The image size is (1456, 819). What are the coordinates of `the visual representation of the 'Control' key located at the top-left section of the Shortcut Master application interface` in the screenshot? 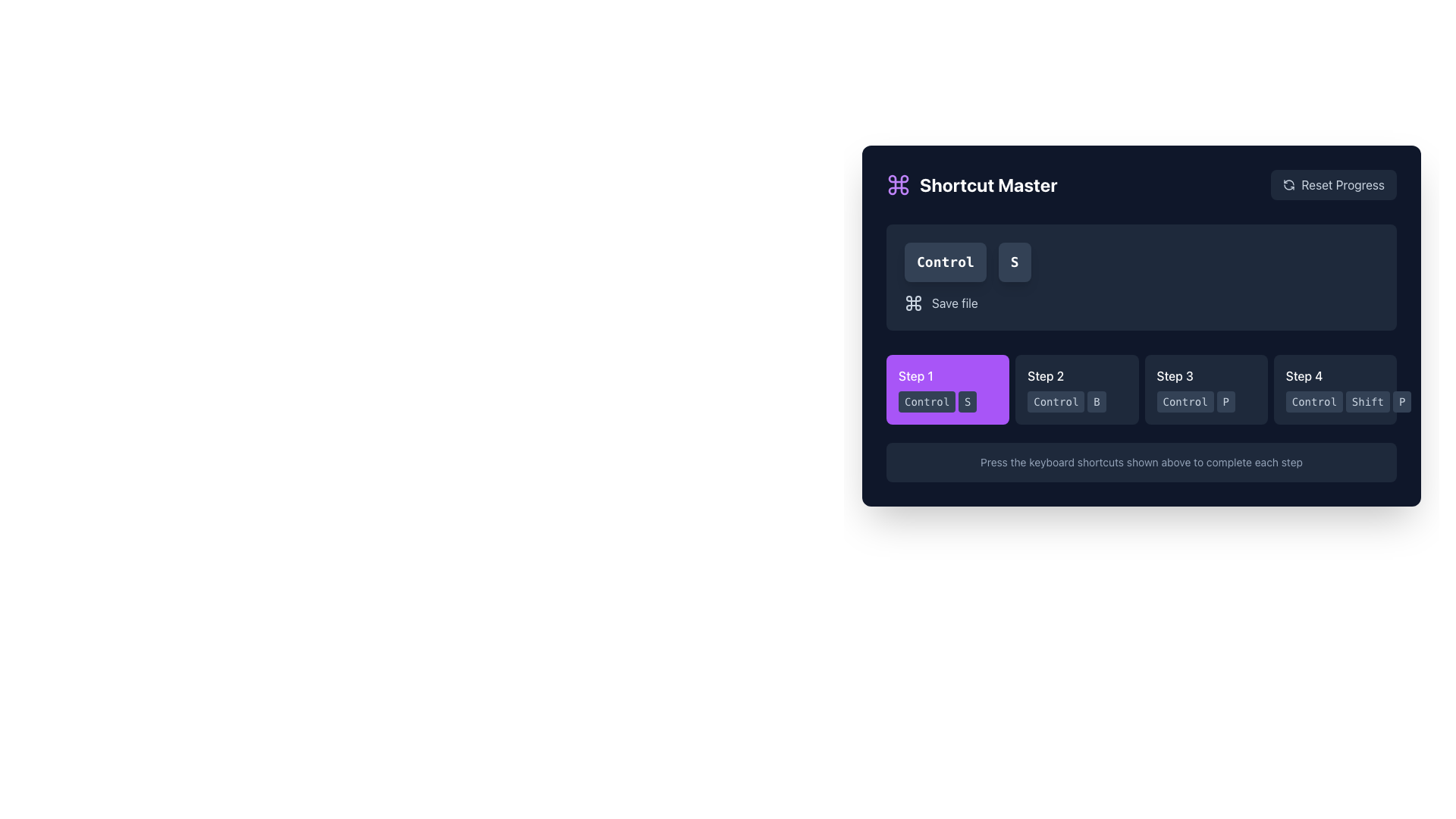 It's located at (944, 262).